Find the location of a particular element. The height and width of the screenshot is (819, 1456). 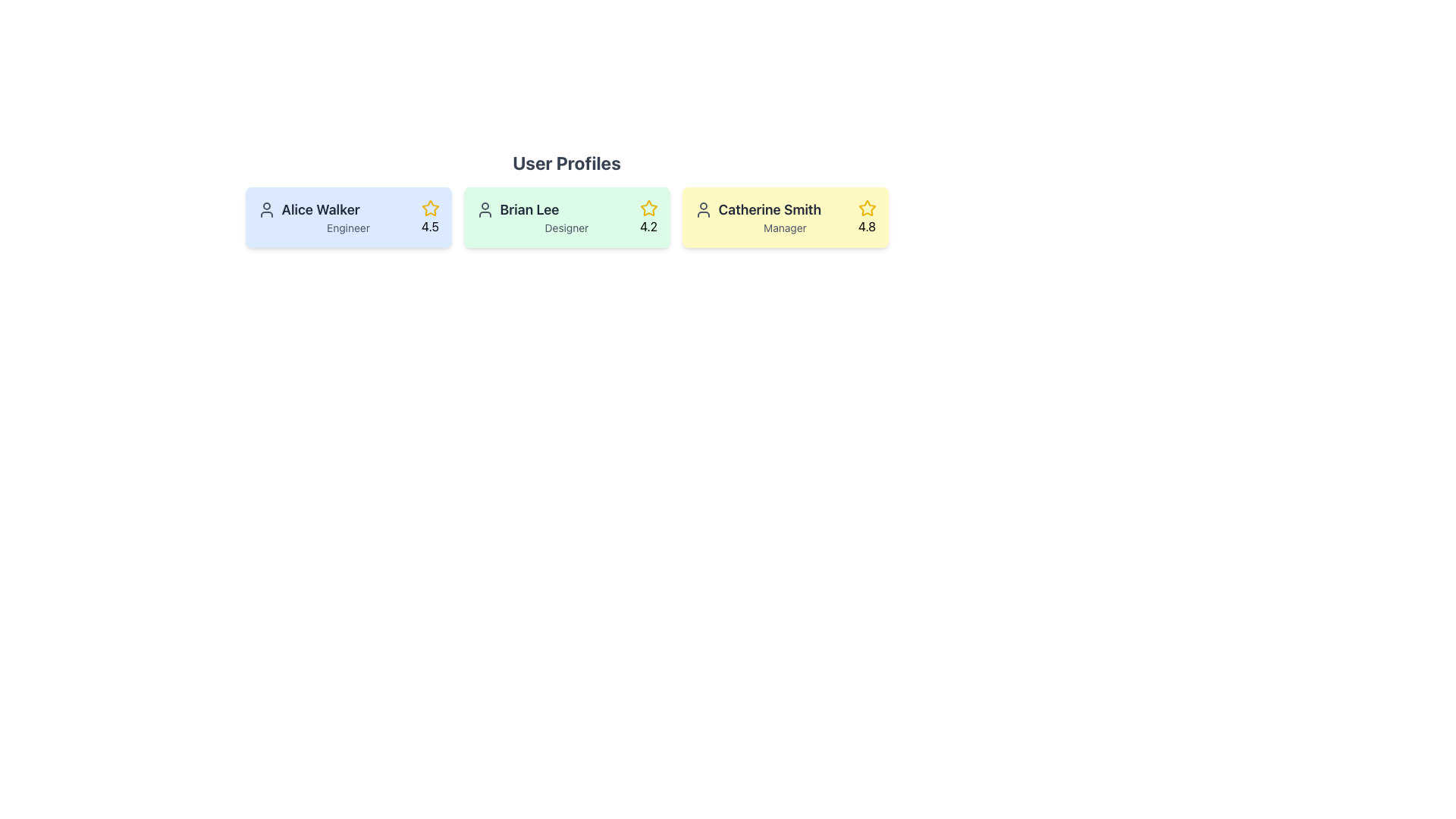

the yellow star-shaped icon with a hollow center located at the top-right corner of Brian Lee's user card, adjacent to the rating score of 4.2 is located at coordinates (648, 208).